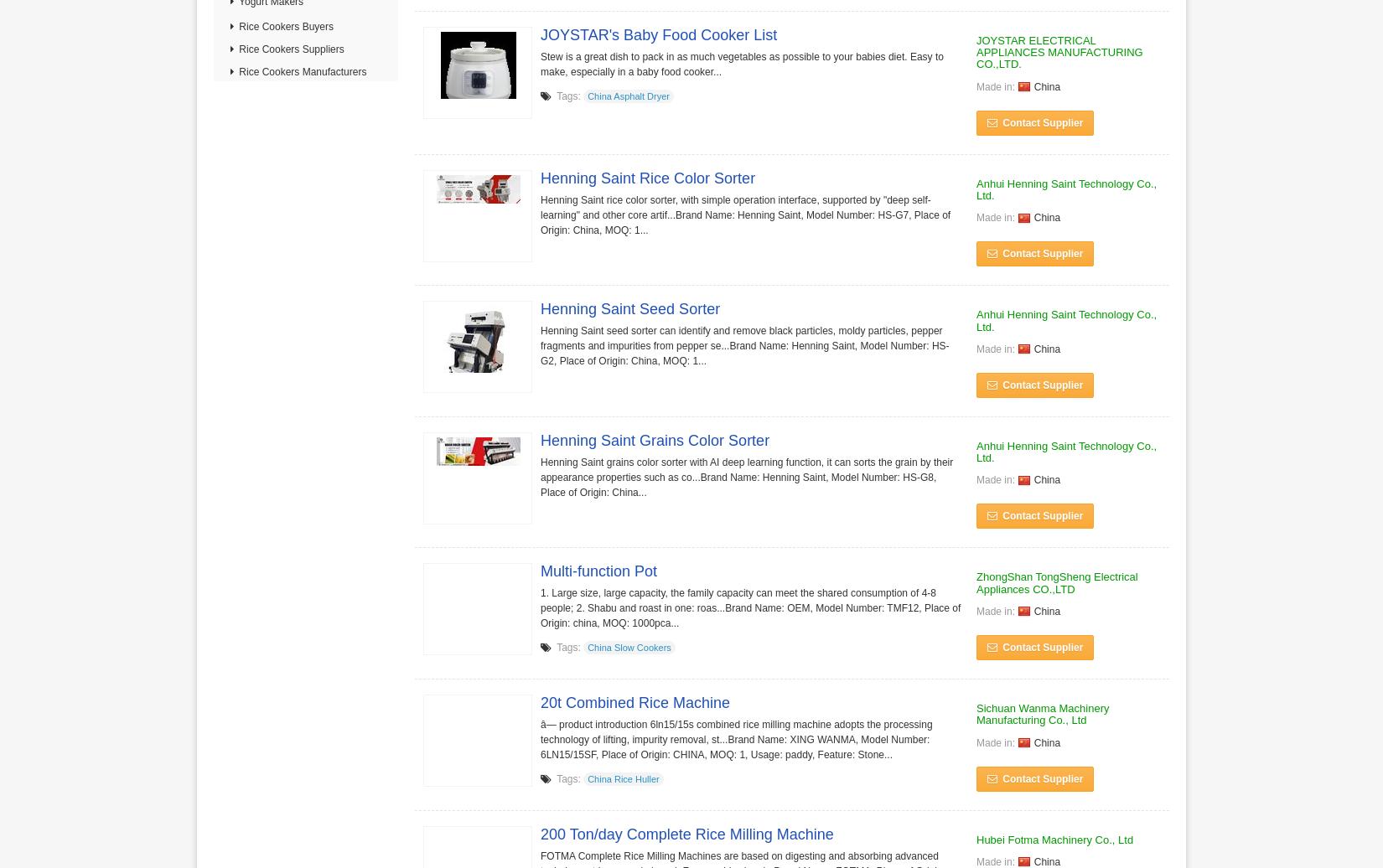 The image size is (1383, 868). I want to click on 'Multi-function Pot', so click(598, 571).